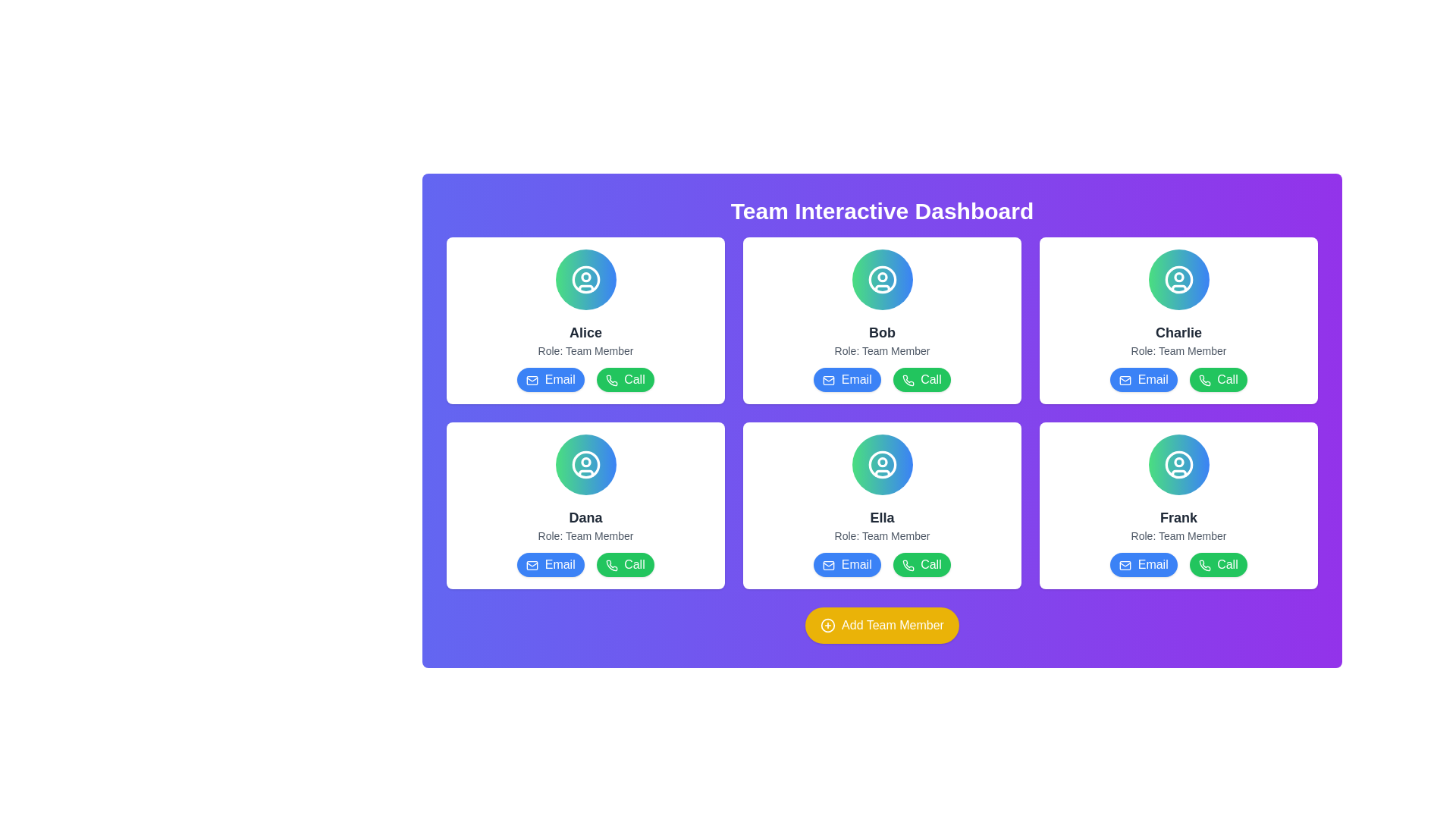 This screenshot has width=1456, height=819. Describe the element at coordinates (828, 379) in the screenshot. I see `the light blue envelope icon within the 'Email' button located under 'Bob'` at that location.